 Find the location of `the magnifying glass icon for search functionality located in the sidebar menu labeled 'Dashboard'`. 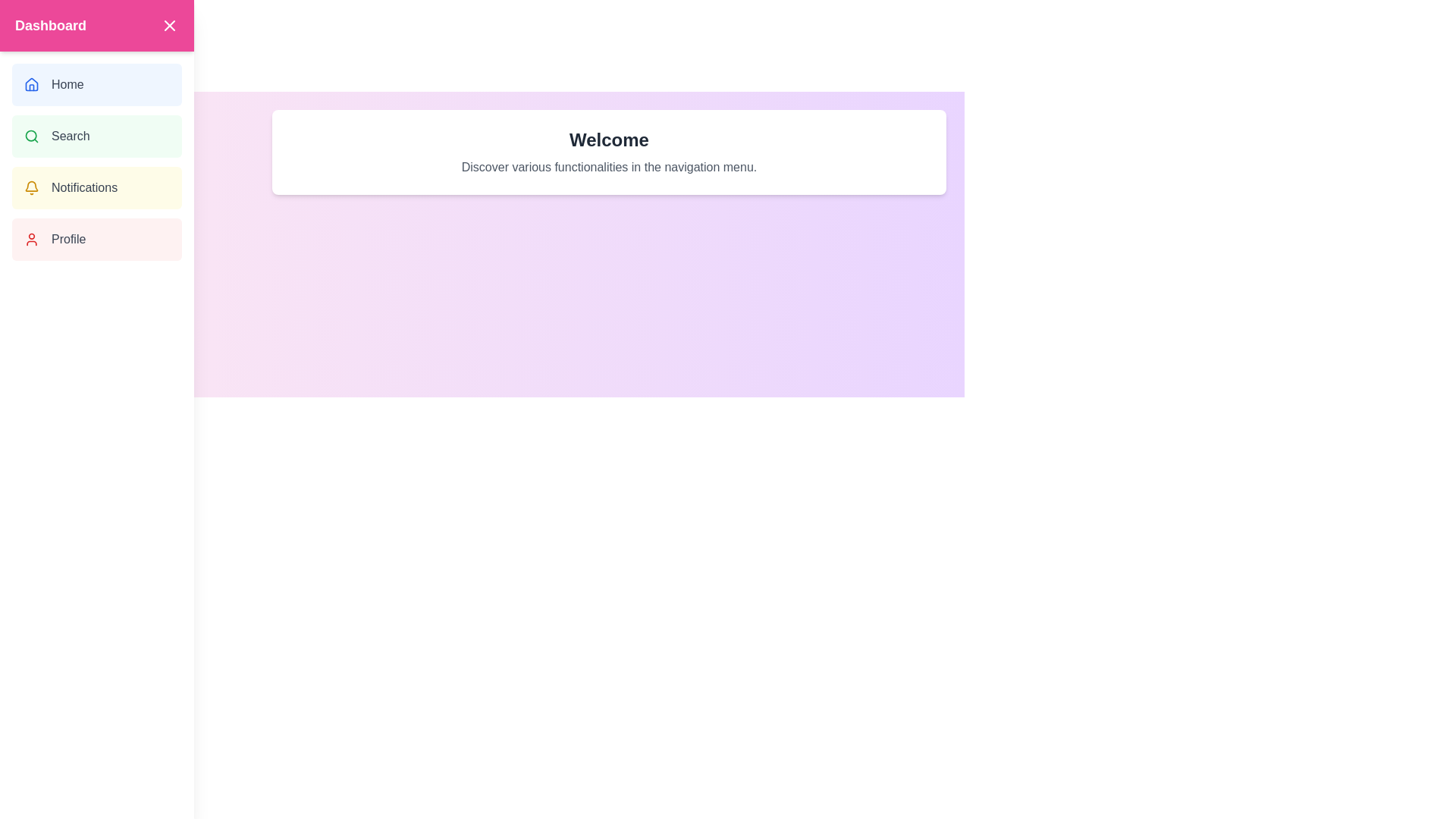

the magnifying glass icon for search functionality located in the sidebar menu labeled 'Dashboard' is located at coordinates (32, 136).